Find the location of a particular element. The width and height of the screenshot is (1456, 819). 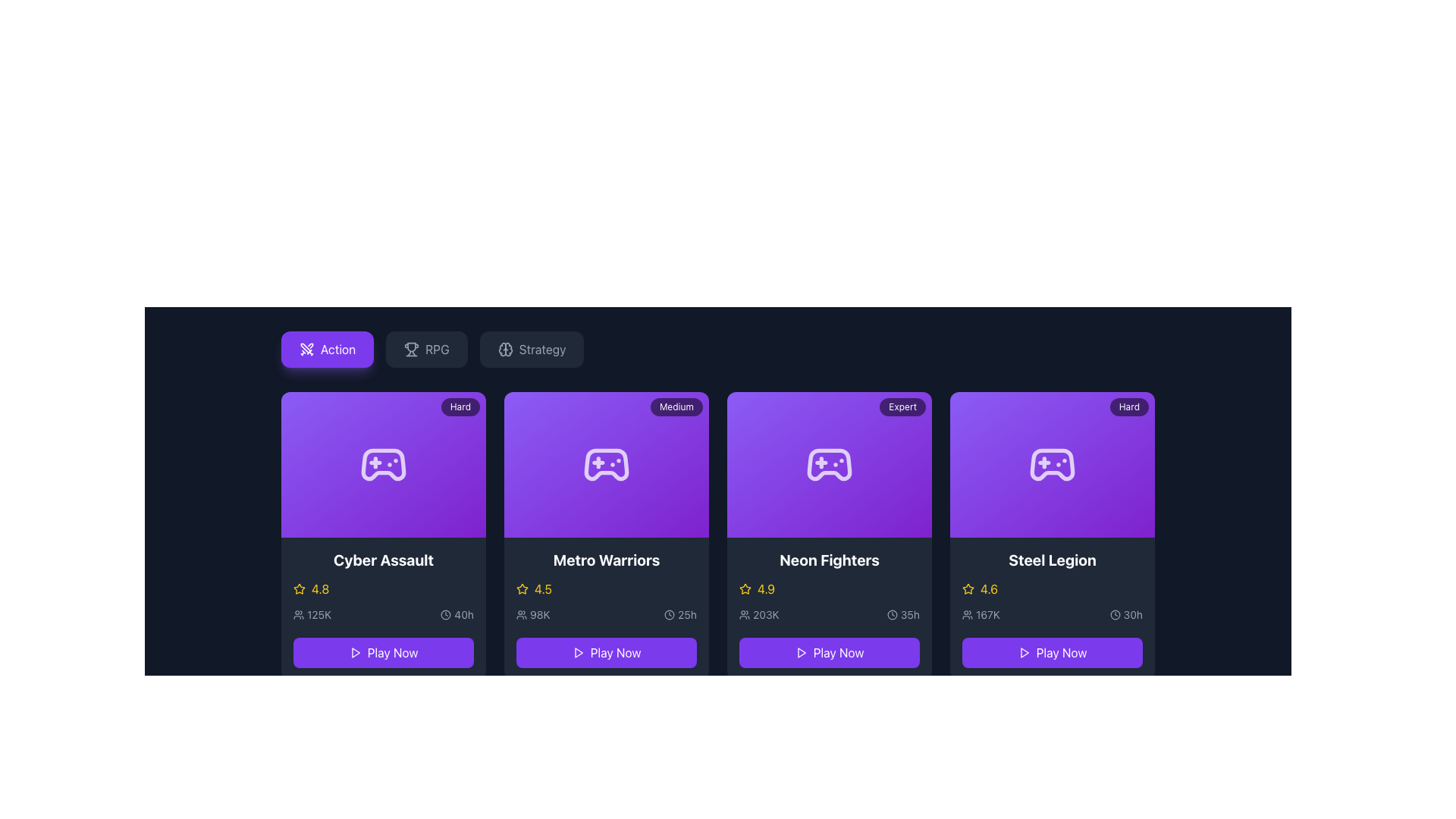

the small play icon, which is an equilateral triangle pointing right, located within the purple 'Play Now' button for 'Neon Fighters' to possibly display additional information or effects is located at coordinates (800, 651).